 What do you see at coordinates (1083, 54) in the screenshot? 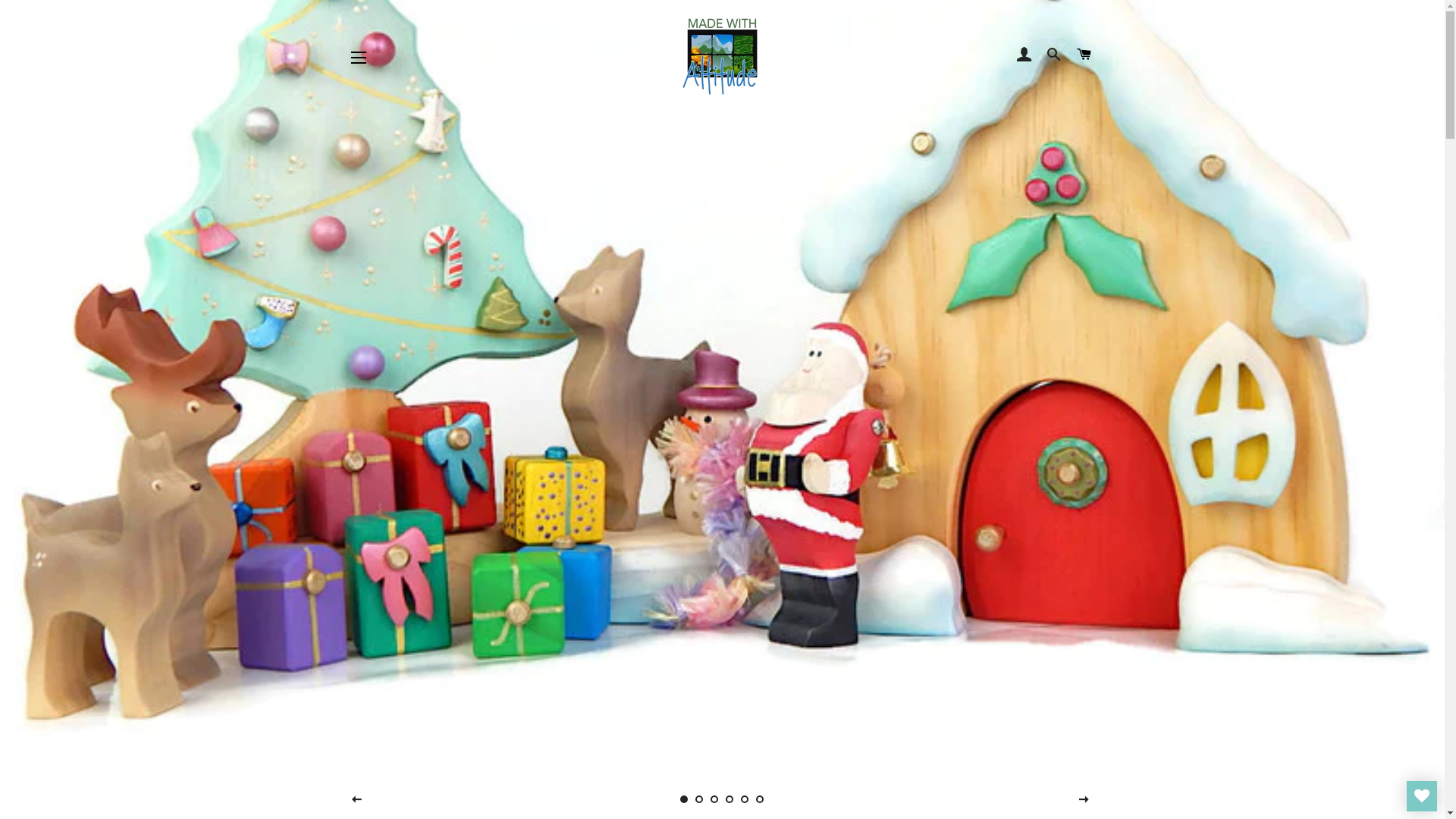
I see `'CART'` at bounding box center [1083, 54].